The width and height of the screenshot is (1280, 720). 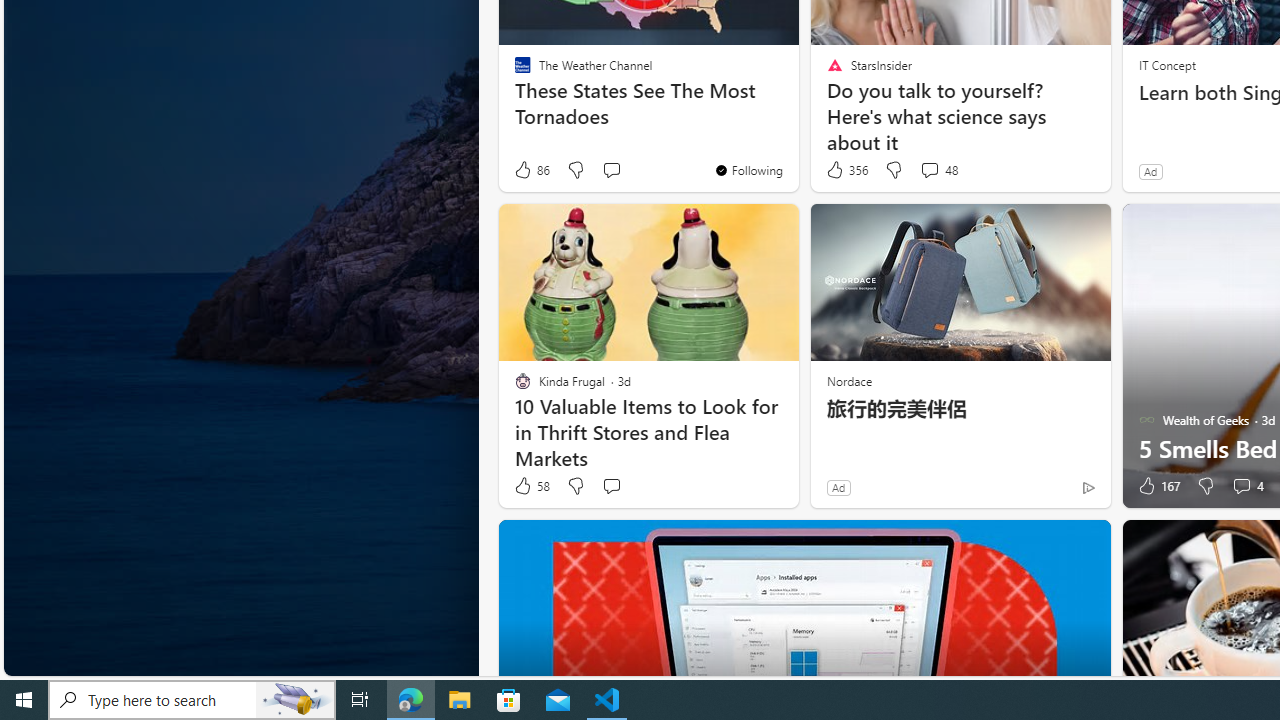 What do you see at coordinates (531, 169) in the screenshot?
I see `'86 Like'` at bounding box center [531, 169].